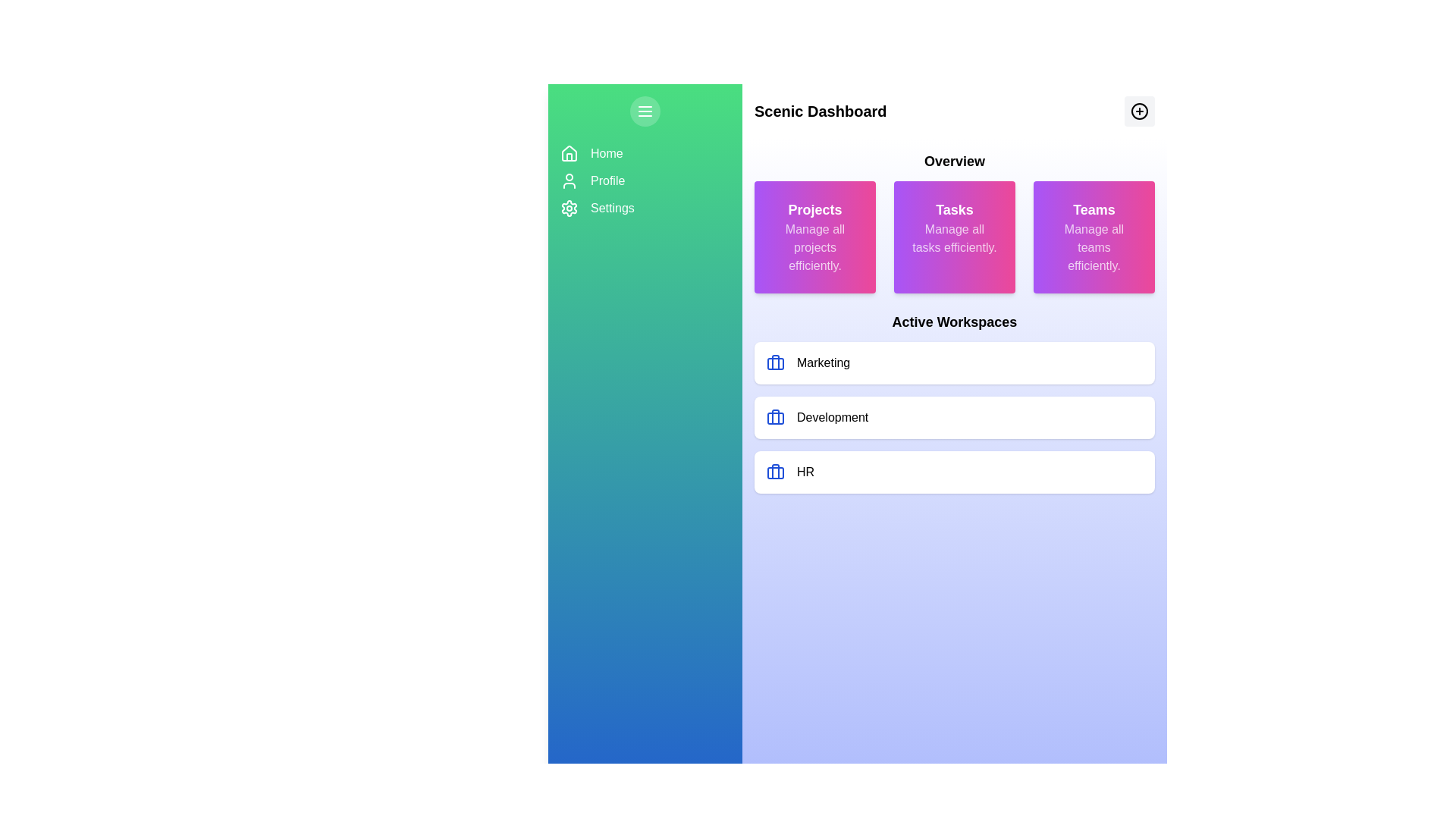  I want to click on text displayed in the bold, large font label 'Active Workspaces' located near the top-center of the interface below the 'Projects', 'Tasks', and 'Teams' cards, so click(953, 321).